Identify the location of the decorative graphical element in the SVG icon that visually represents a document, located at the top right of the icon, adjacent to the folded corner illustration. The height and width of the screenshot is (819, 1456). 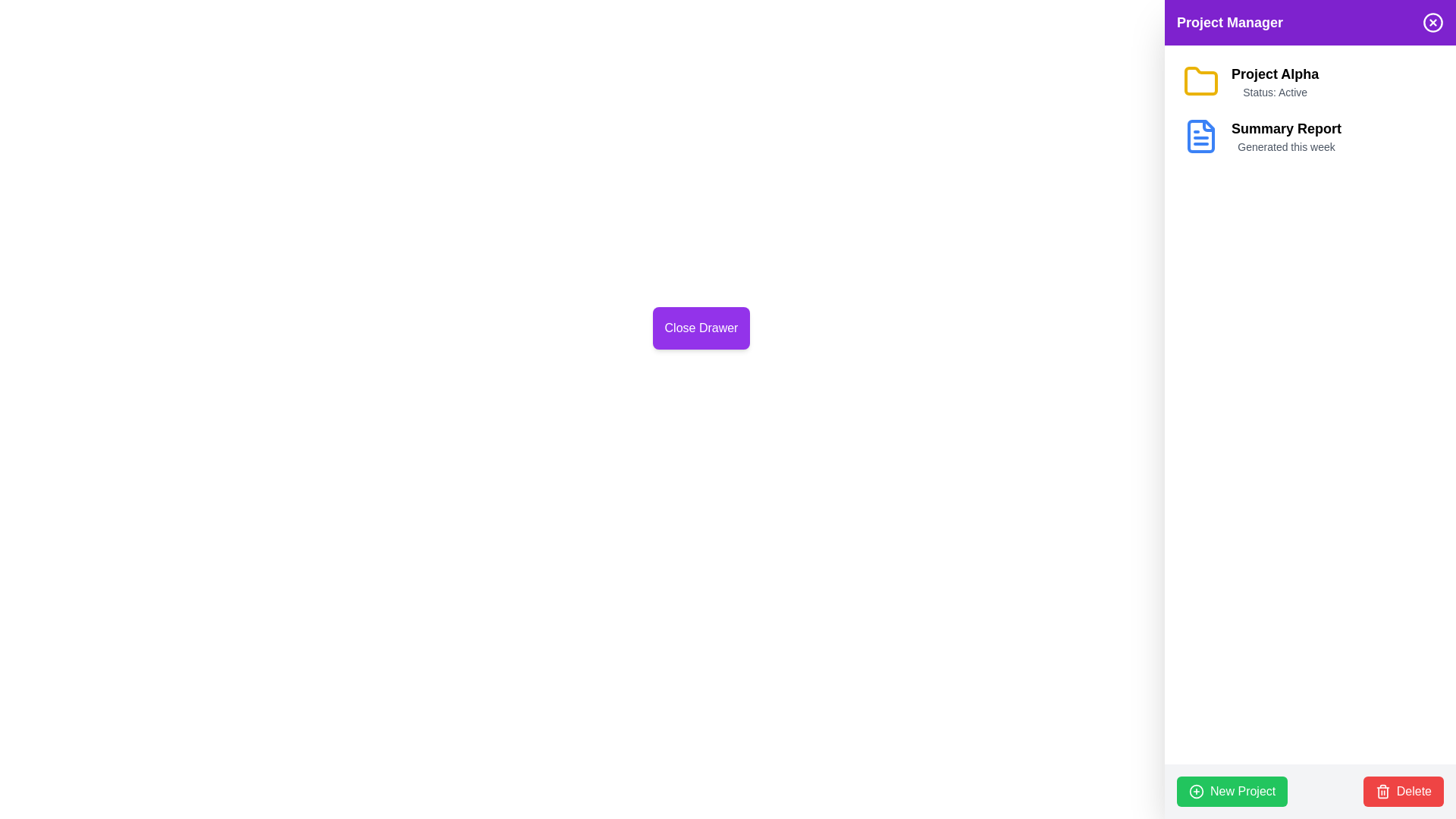
(1207, 124).